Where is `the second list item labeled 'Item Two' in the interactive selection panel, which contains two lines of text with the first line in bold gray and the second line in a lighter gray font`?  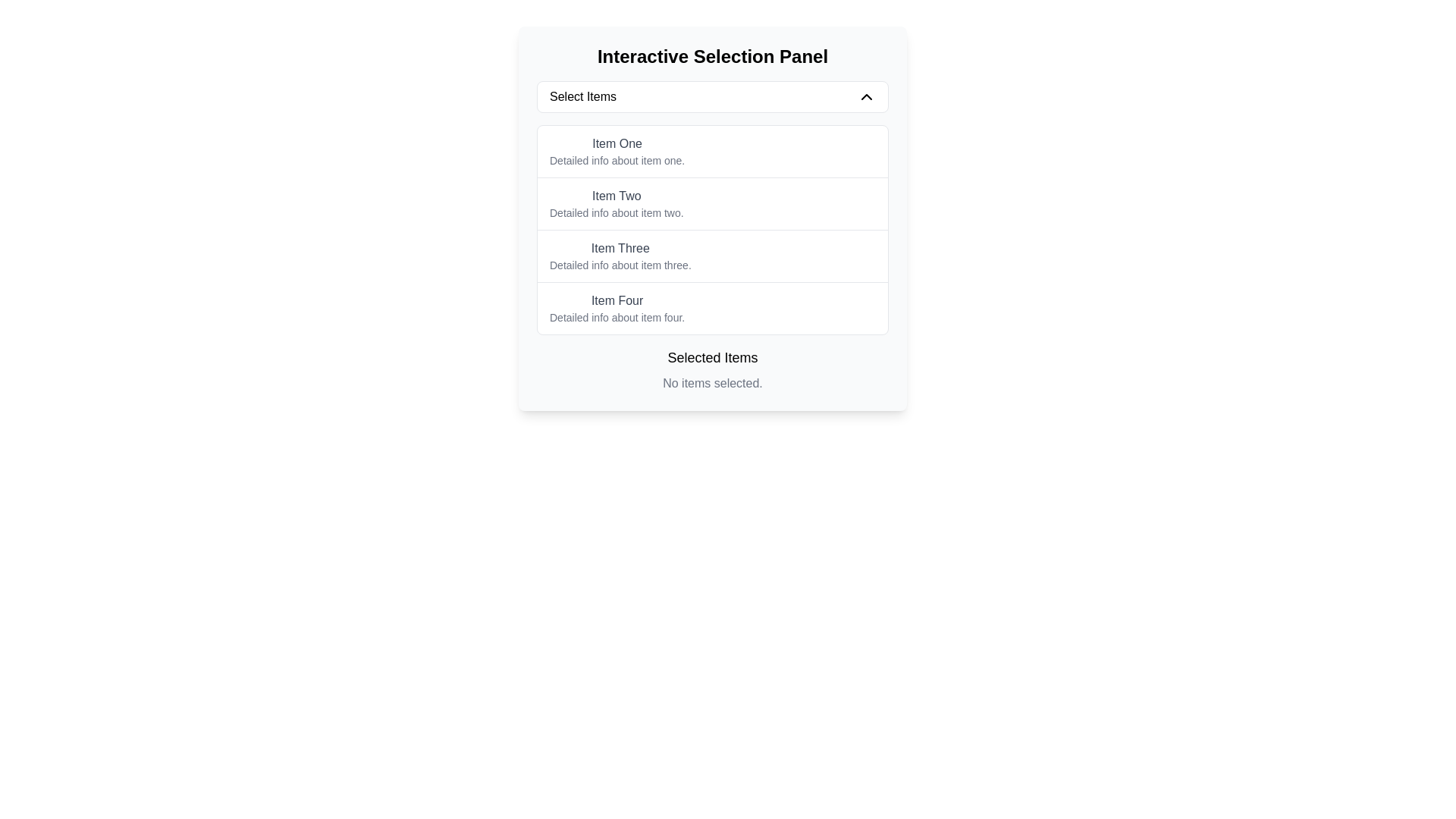 the second list item labeled 'Item Two' in the interactive selection panel, which contains two lines of text with the first line in bold gray and the second line in a lighter gray font is located at coordinates (617, 203).